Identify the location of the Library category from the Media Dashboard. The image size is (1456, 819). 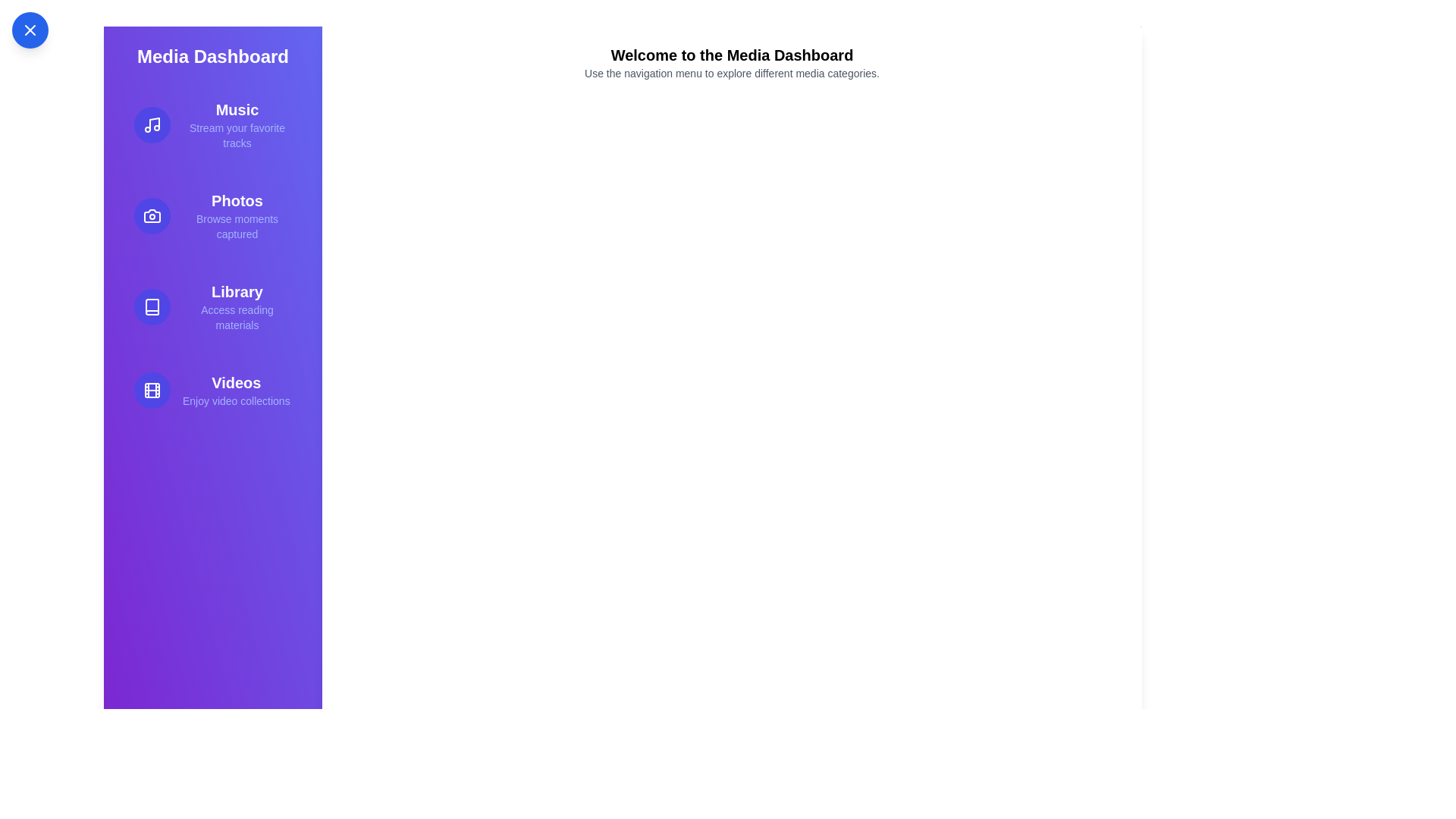
(212, 307).